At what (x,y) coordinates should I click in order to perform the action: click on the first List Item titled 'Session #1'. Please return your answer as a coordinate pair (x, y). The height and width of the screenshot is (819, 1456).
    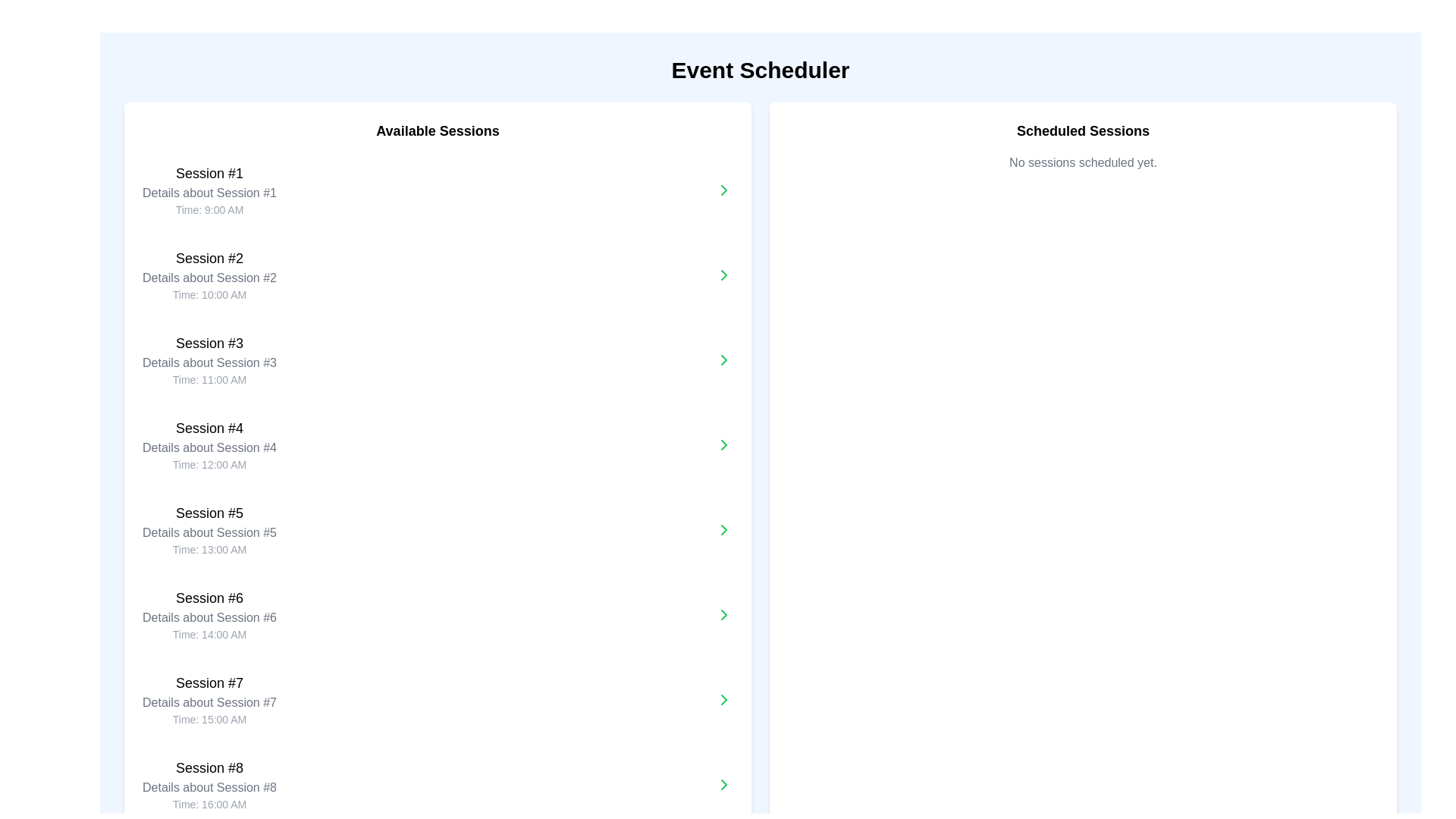
    Looking at the image, I should click on (209, 189).